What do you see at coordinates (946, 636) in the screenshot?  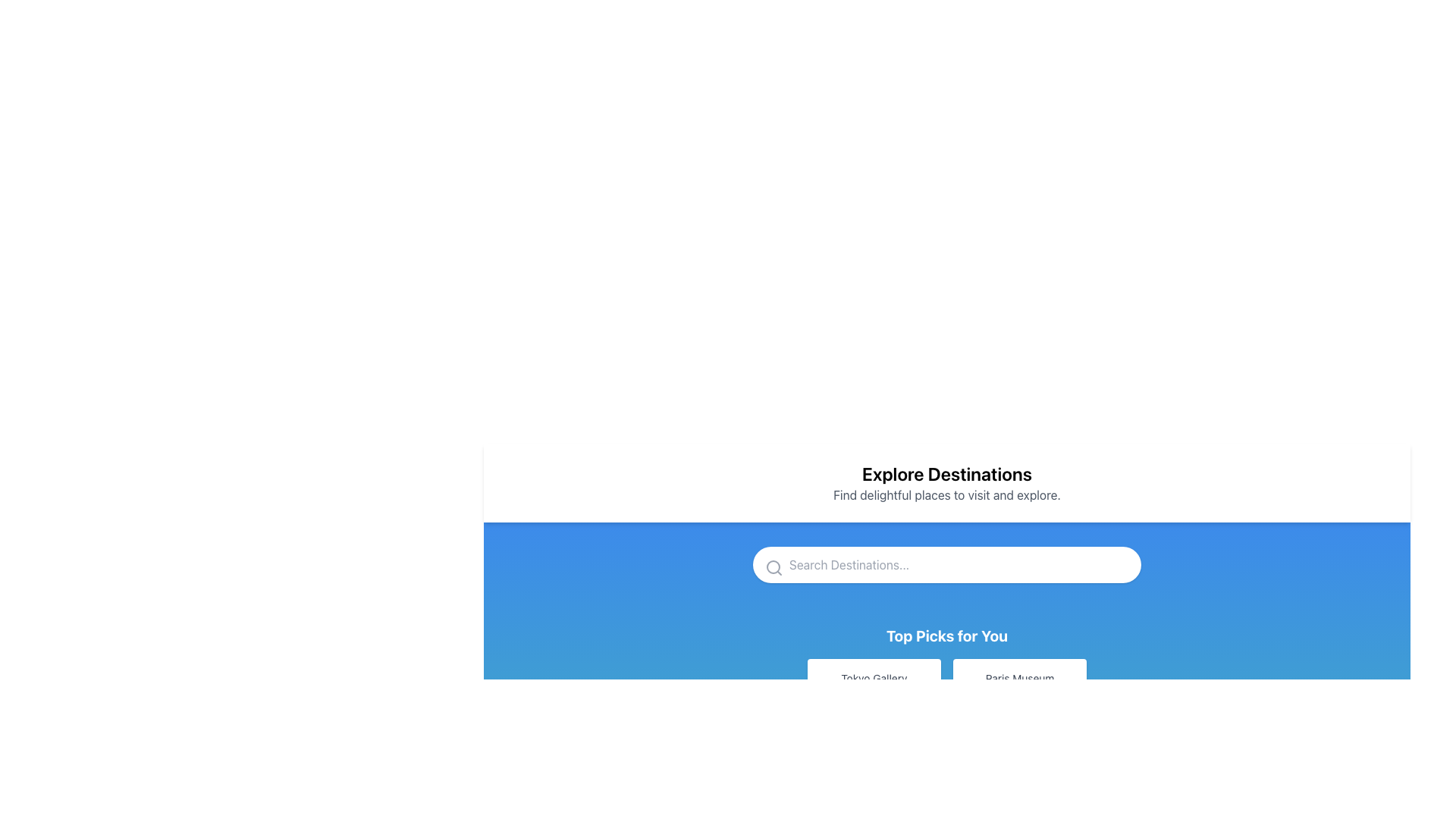 I see `the static text label 'Top Picks for You', which is styled with a bold, white font on a blue background, centrally aligned below the search input field and above the buttons` at bounding box center [946, 636].